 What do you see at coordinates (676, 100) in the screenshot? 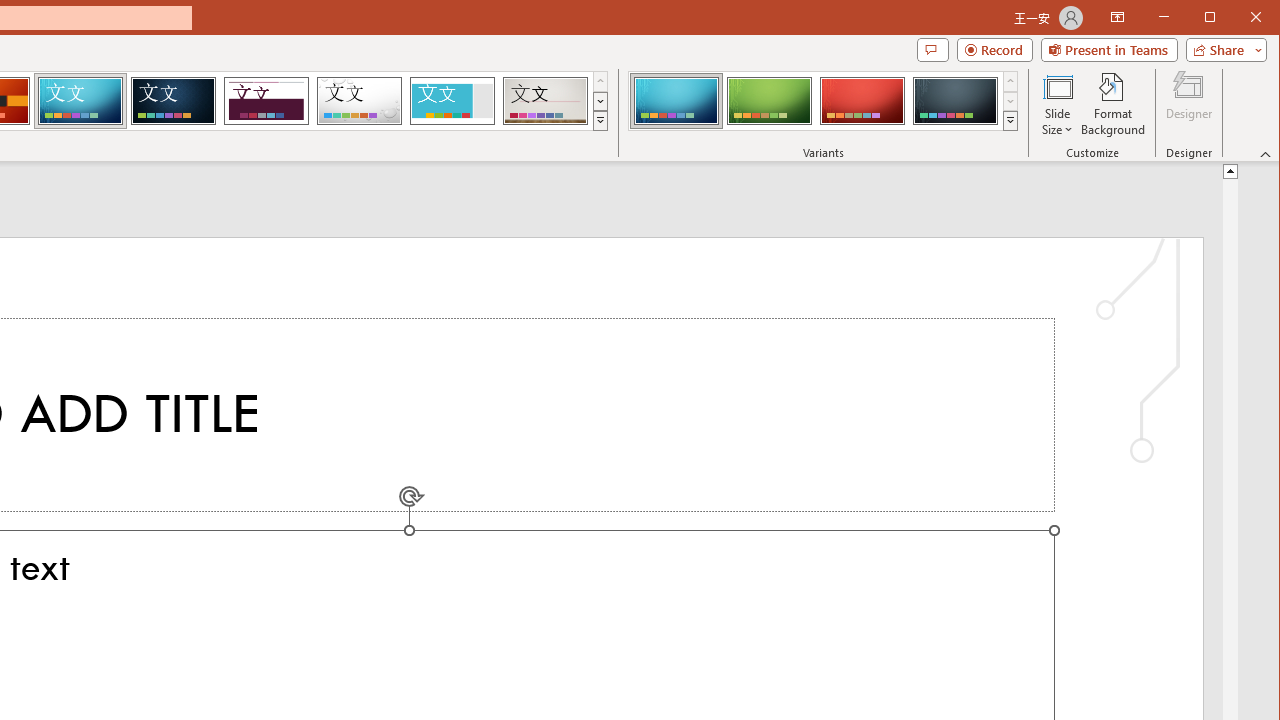
I see `'Circuit Variant 1'` at bounding box center [676, 100].